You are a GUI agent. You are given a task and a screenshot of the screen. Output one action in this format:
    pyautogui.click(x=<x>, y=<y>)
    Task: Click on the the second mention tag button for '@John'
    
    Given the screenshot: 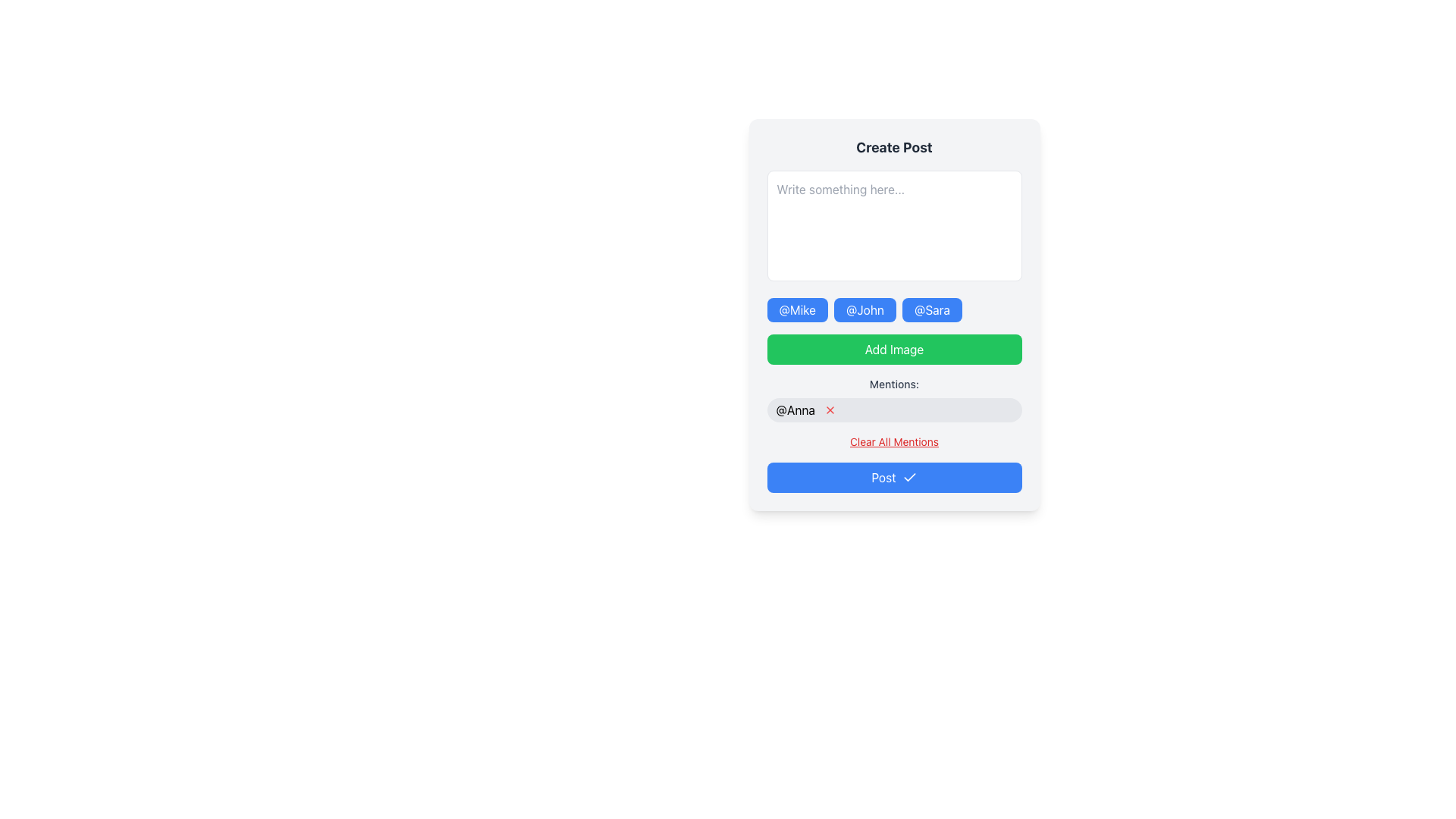 What is the action you would take?
    pyautogui.click(x=865, y=309)
    